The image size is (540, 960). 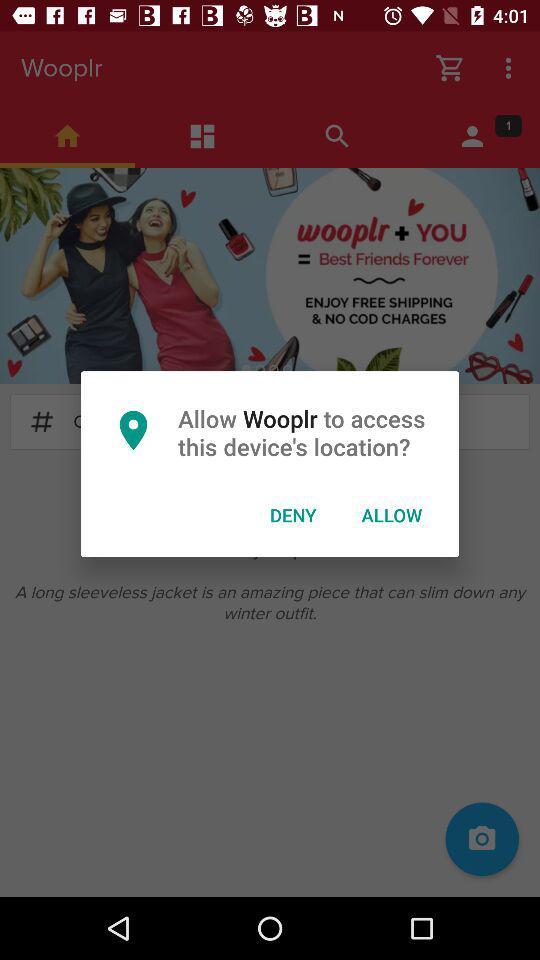 I want to click on the photo icon, so click(x=481, y=839).